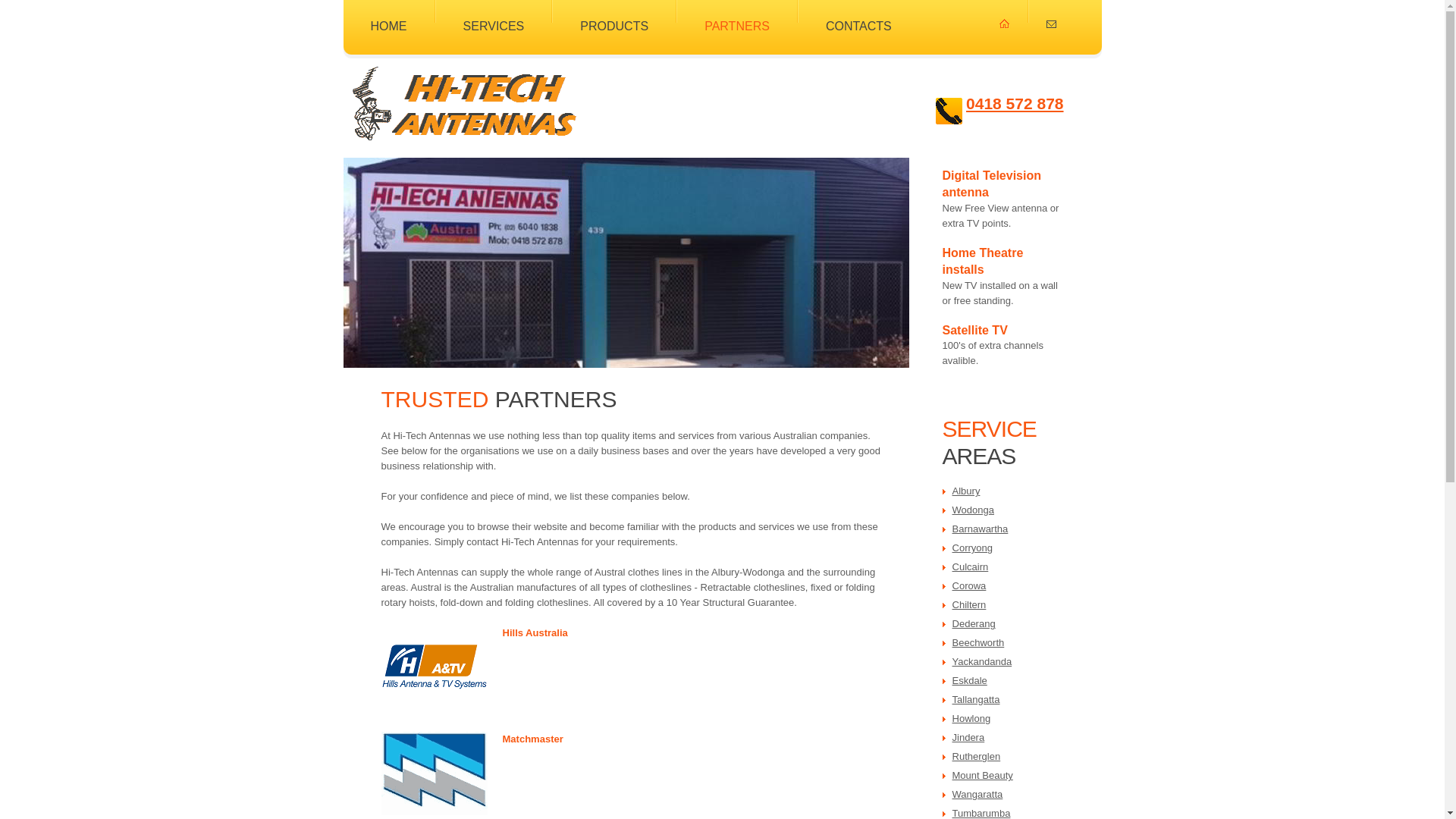 This screenshot has height=819, width=1456. What do you see at coordinates (971, 717) in the screenshot?
I see `'Howlong'` at bounding box center [971, 717].